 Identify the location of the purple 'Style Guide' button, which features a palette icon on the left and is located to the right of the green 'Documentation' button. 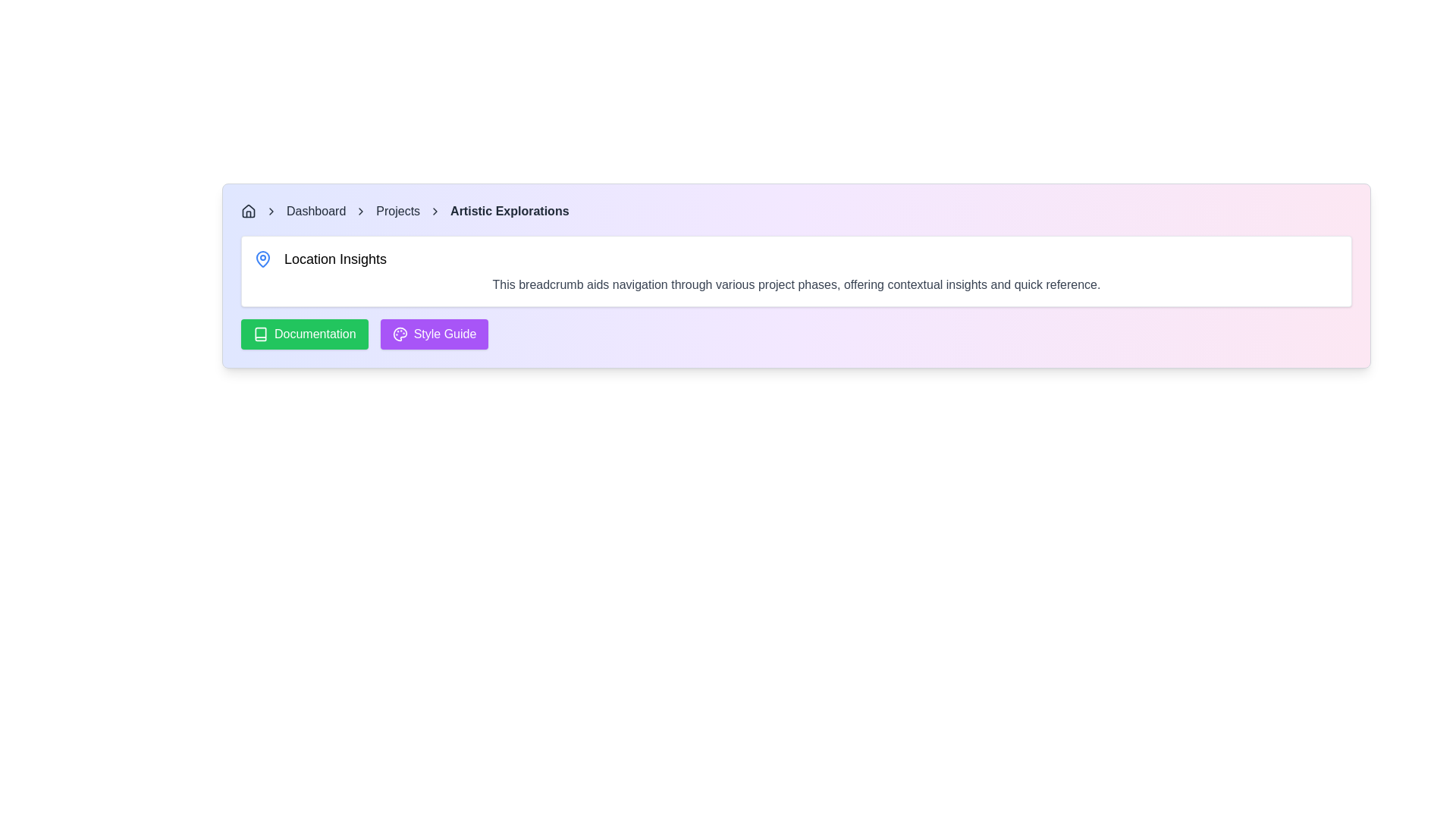
(433, 333).